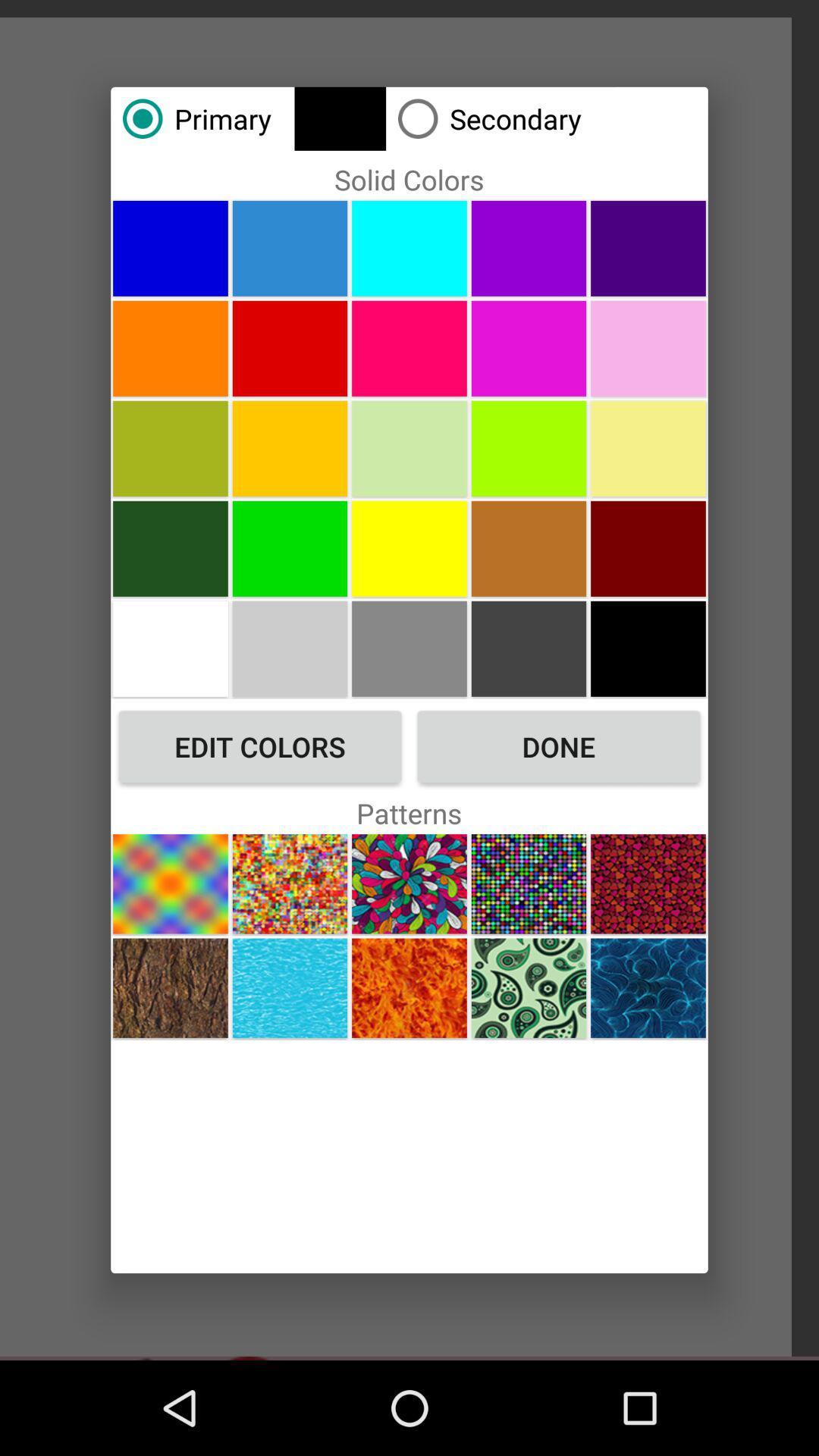  Describe the element at coordinates (409, 347) in the screenshot. I see `orange box flashing for selecting color` at that location.